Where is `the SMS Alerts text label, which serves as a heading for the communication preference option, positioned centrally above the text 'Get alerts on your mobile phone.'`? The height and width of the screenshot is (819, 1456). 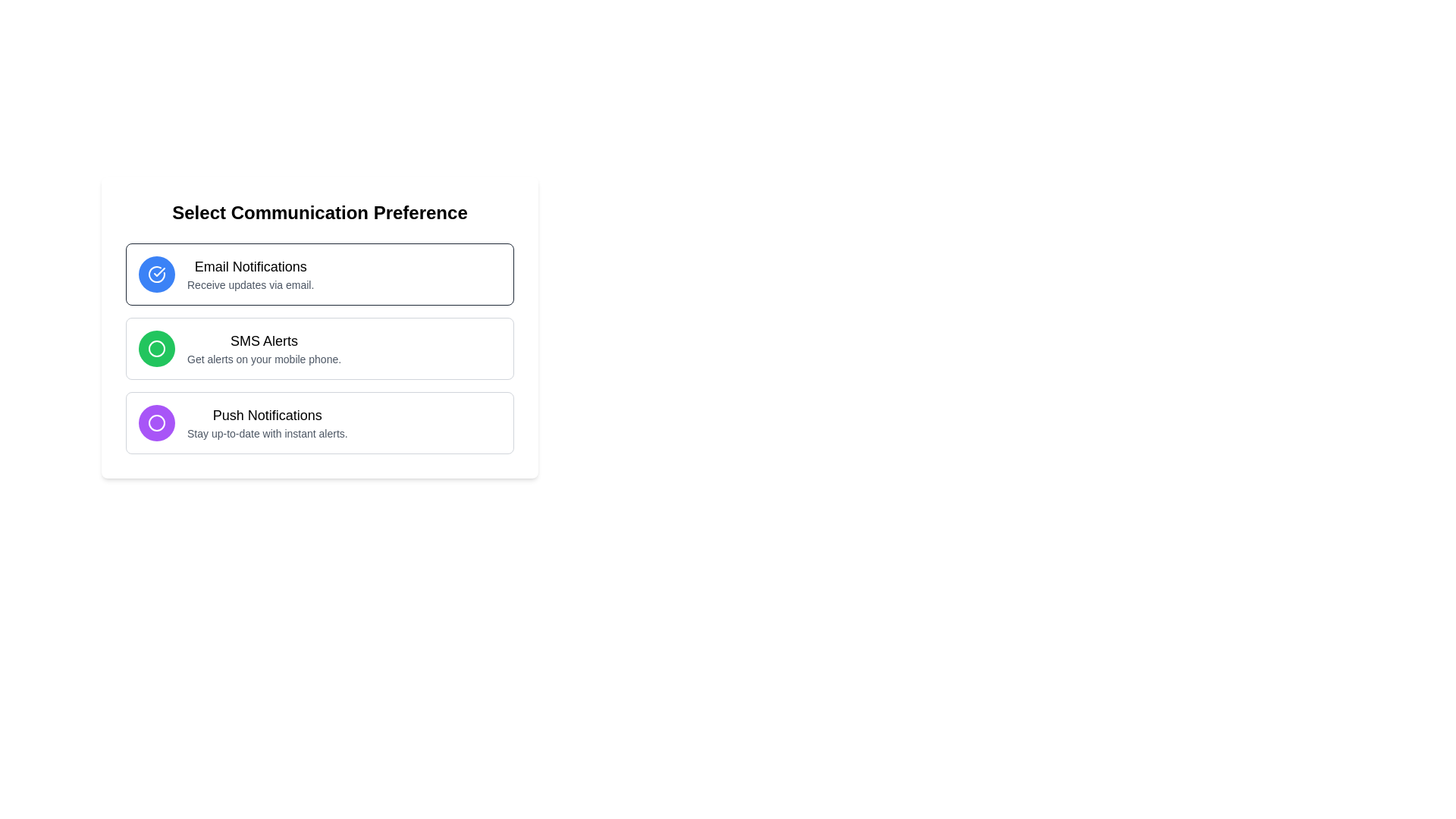 the SMS Alerts text label, which serves as a heading for the communication preference option, positioned centrally above the text 'Get alerts on your mobile phone.' is located at coordinates (264, 341).